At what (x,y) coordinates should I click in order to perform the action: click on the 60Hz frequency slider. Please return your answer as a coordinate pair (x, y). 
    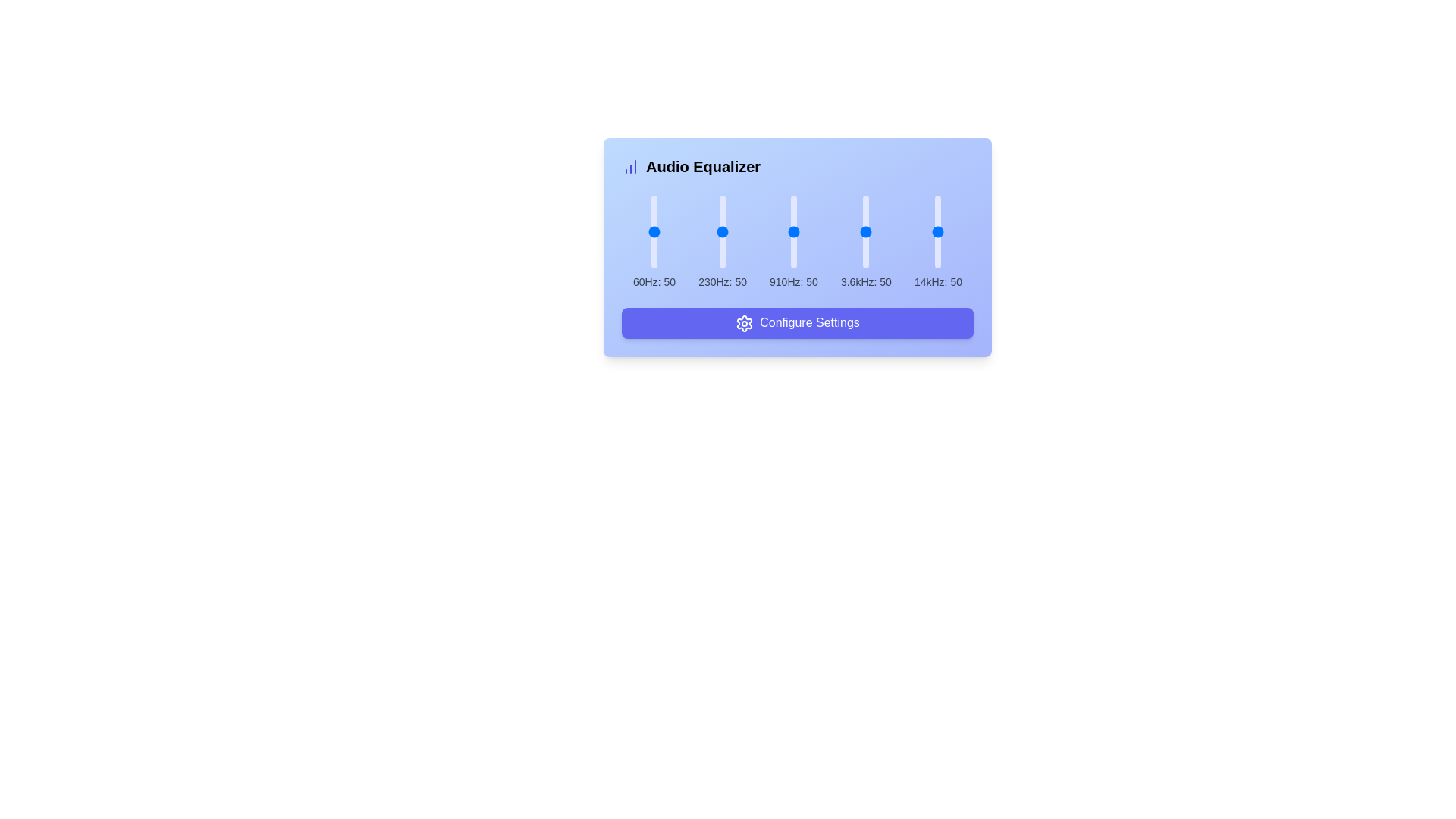
    Looking at the image, I should click on (654, 240).